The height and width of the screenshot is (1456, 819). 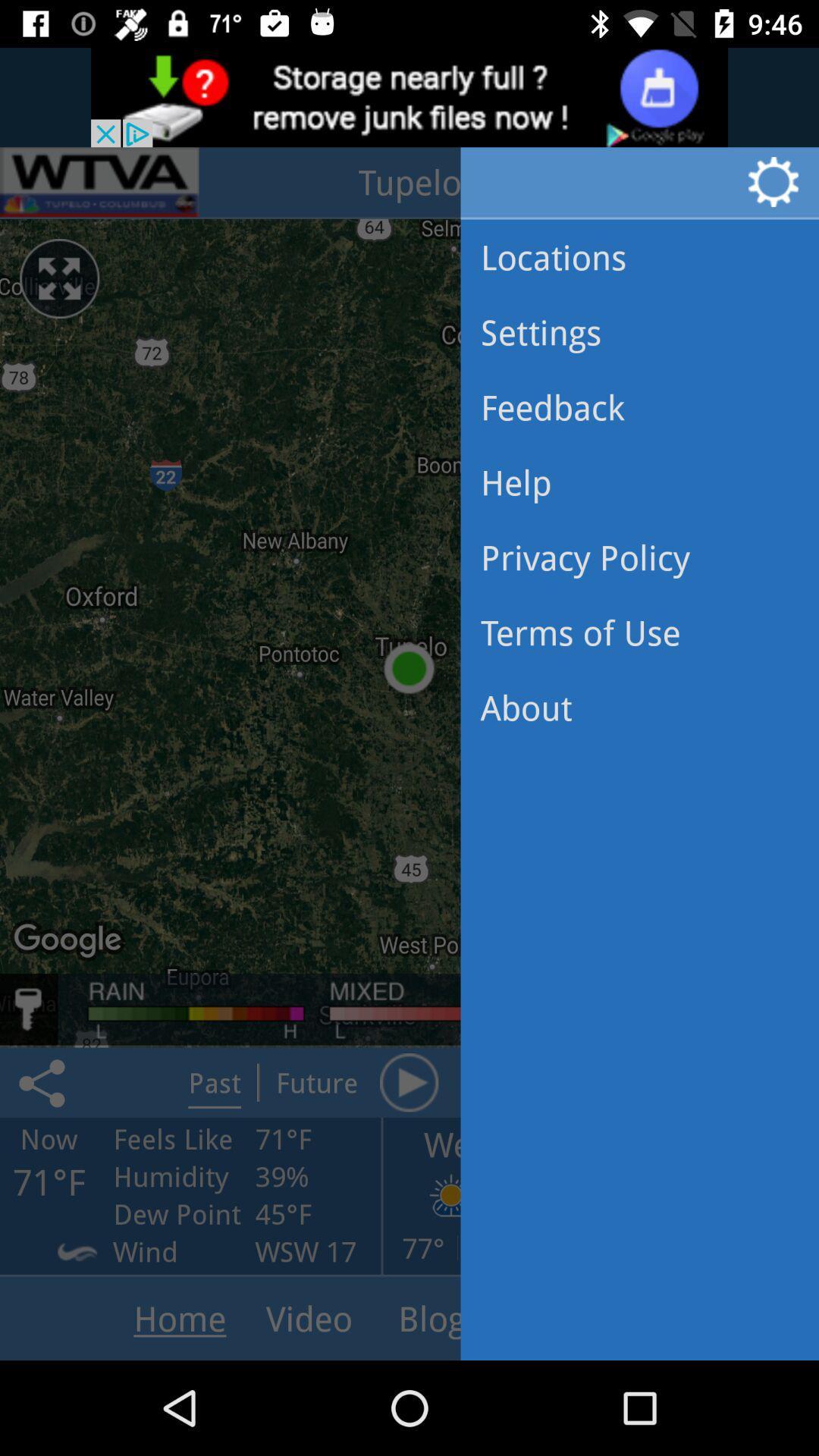 I want to click on the pause icon, so click(x=99, y=182).